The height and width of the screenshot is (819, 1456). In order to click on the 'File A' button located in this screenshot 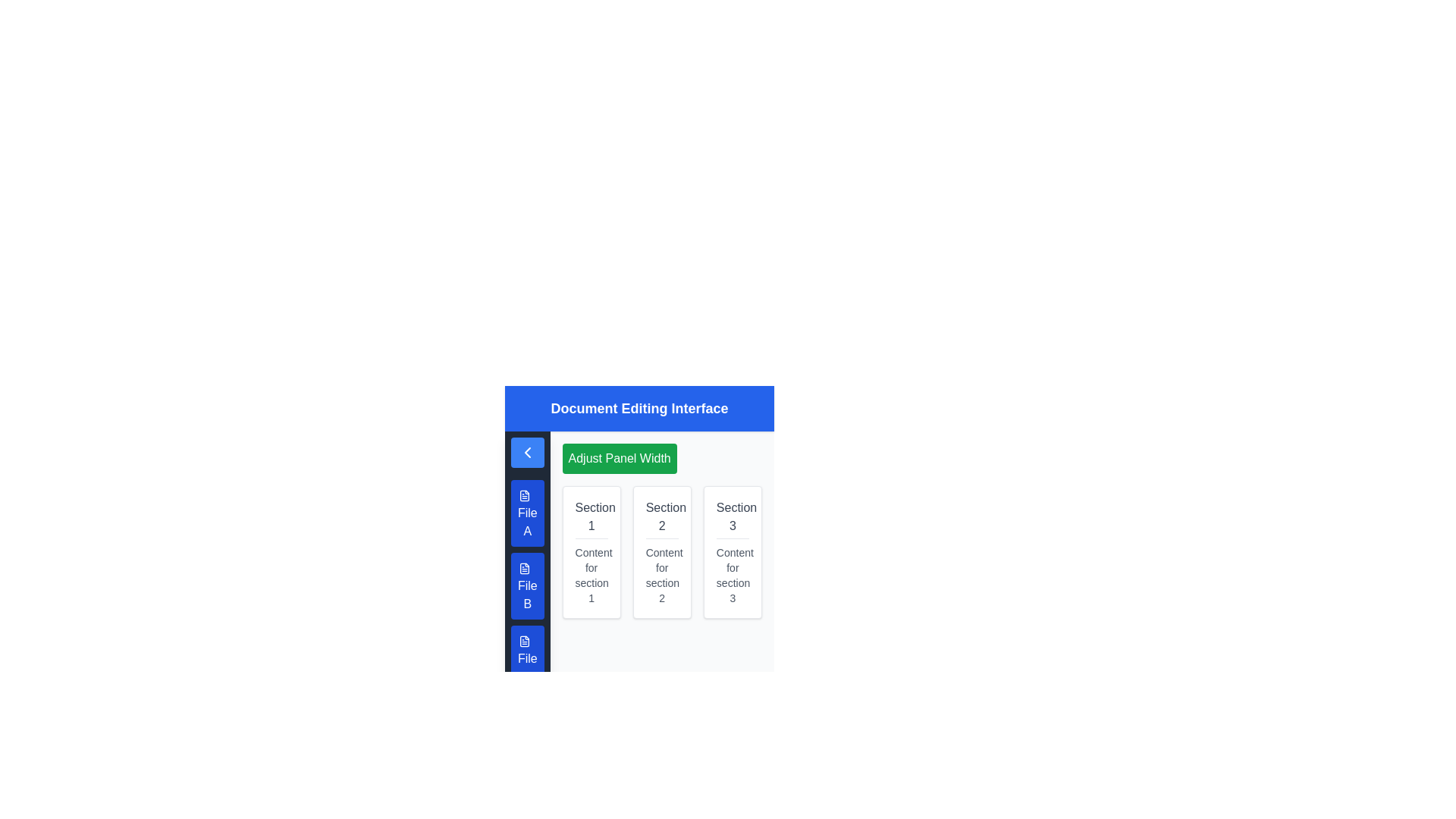, I will do `click(527, 513)`.